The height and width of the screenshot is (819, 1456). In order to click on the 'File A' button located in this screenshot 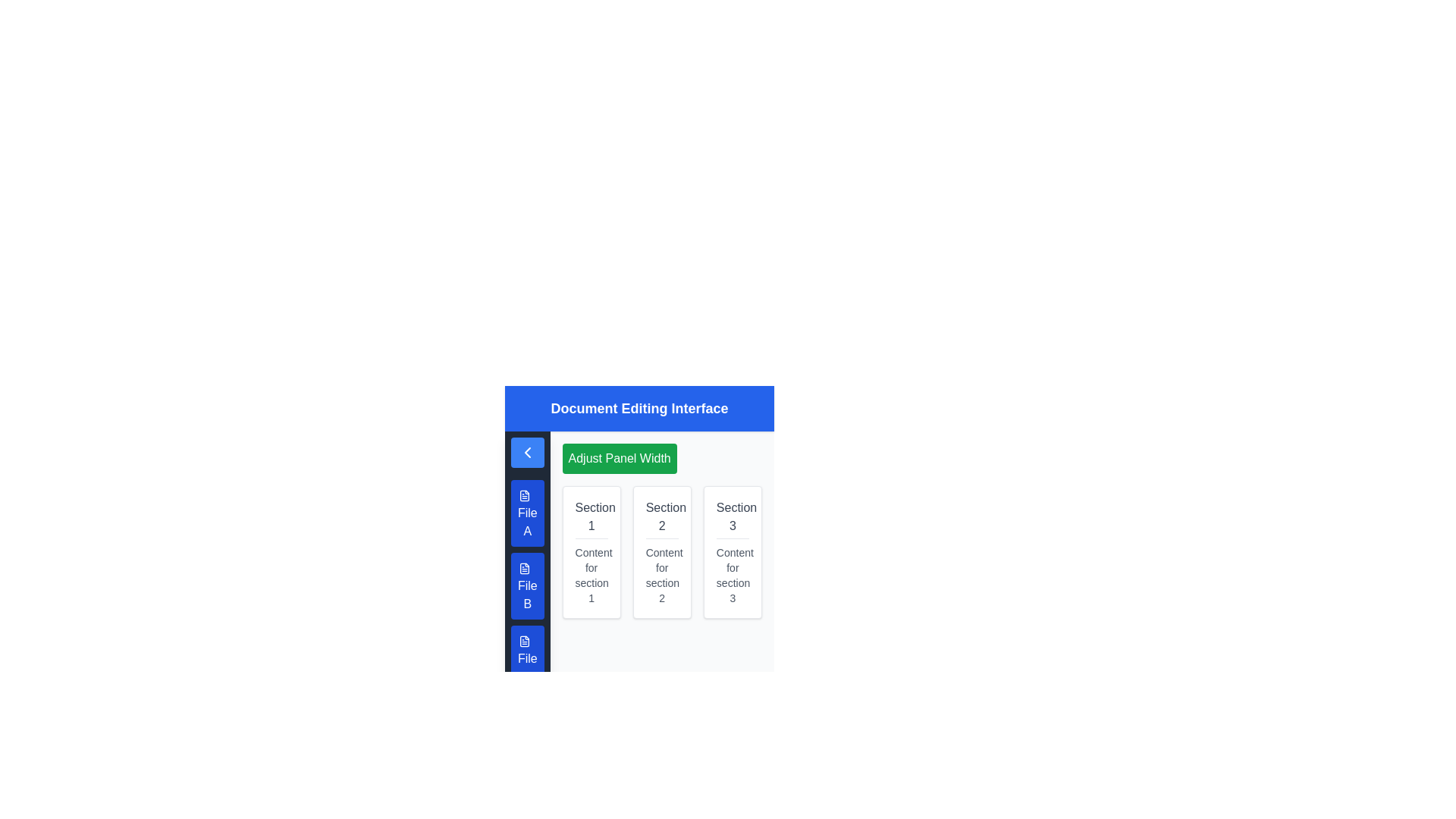, I will do `click(527, 513)`.